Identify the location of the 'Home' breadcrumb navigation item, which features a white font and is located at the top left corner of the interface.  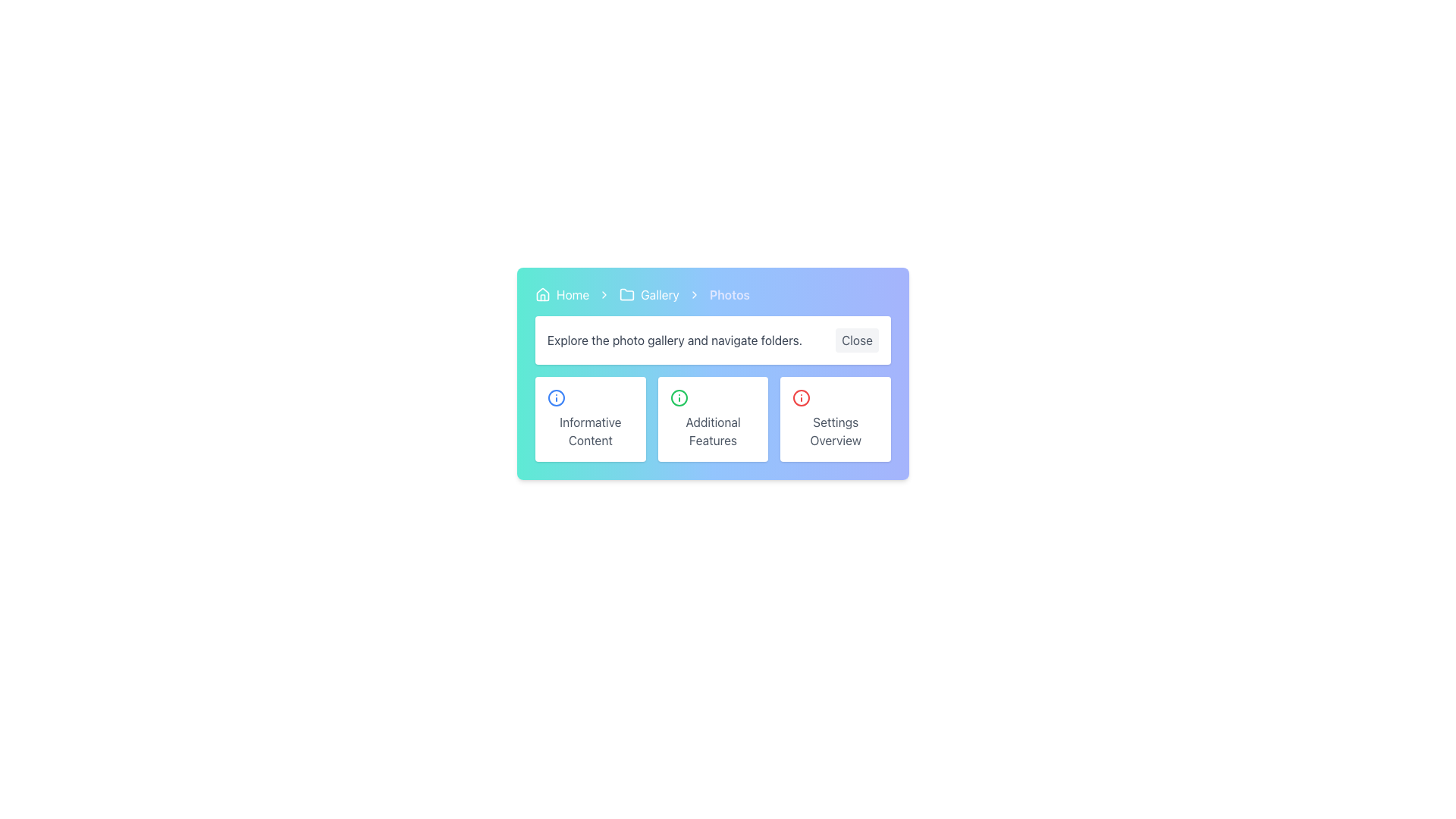
(561, 295).